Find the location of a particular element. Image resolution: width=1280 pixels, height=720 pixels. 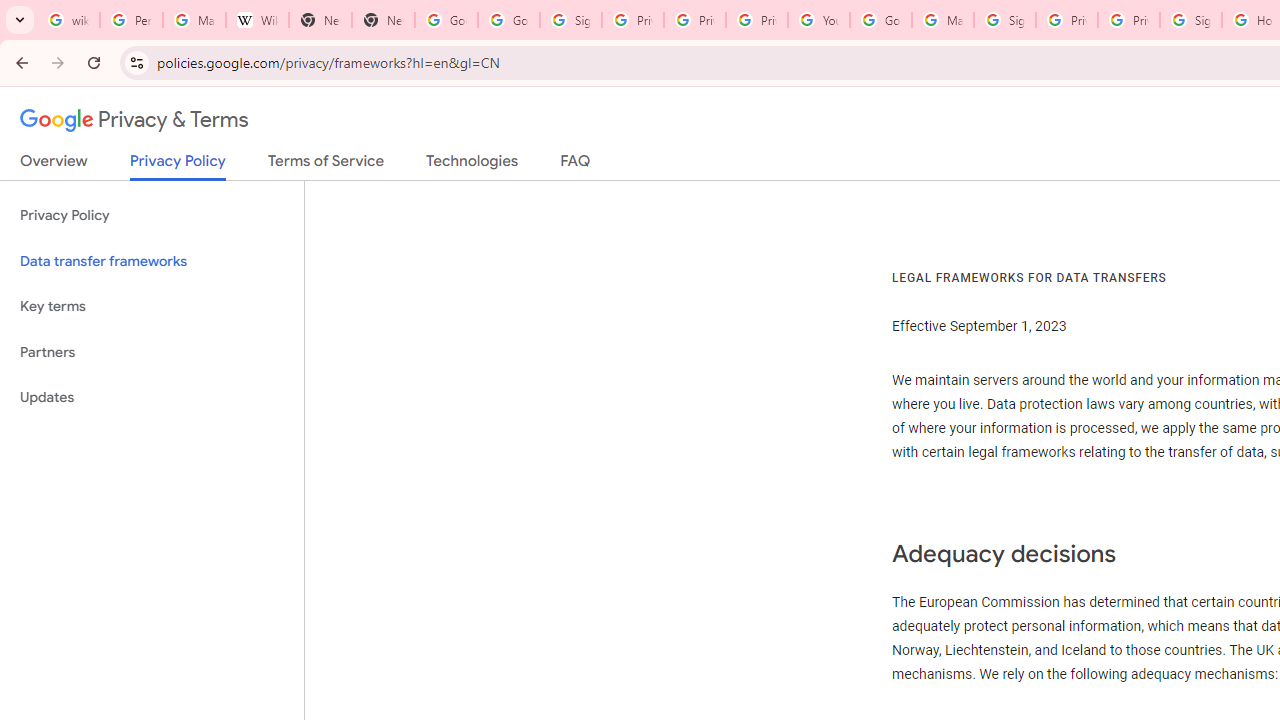

'Google Account Help' is located at coordinates (880, 20).